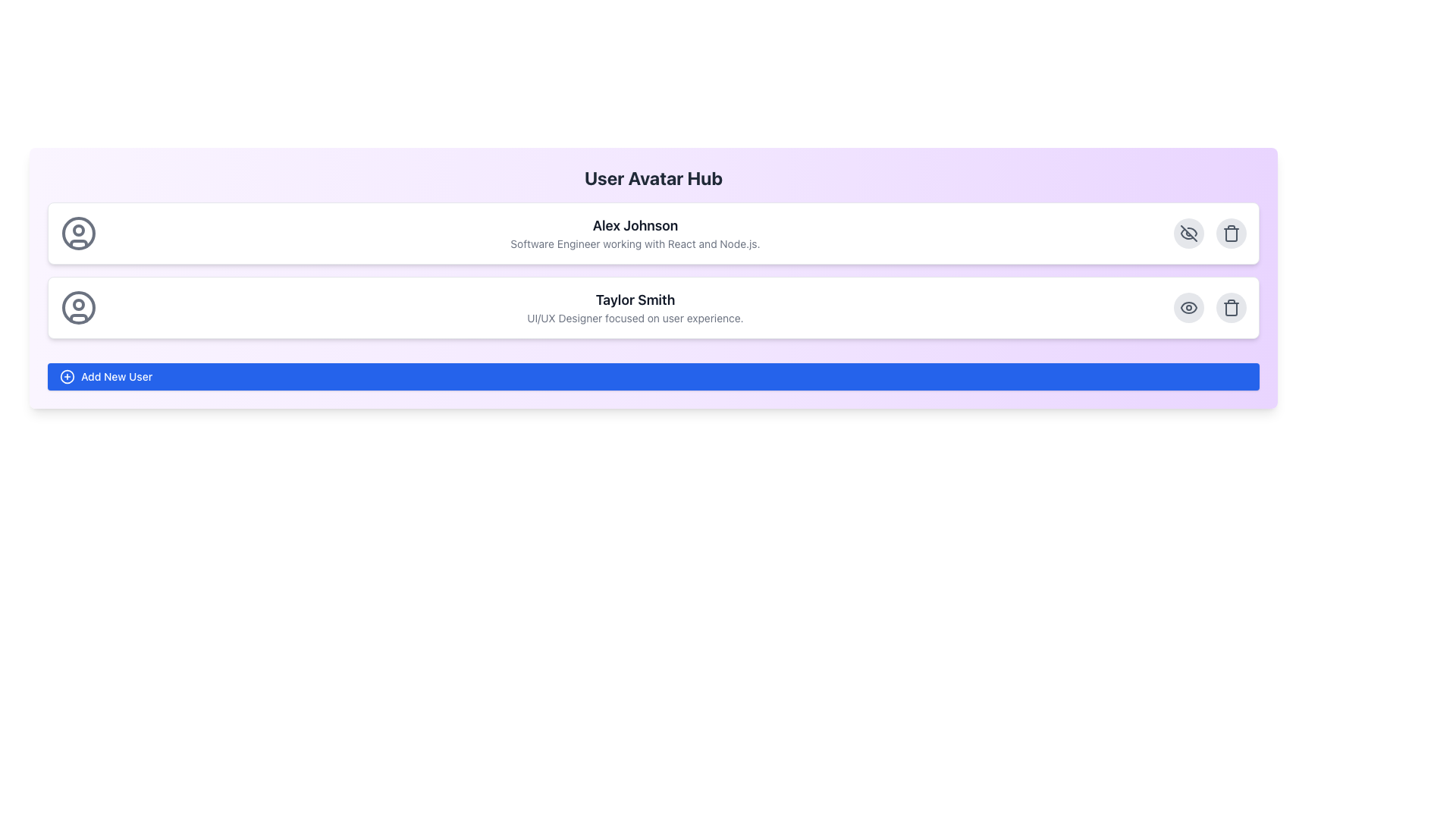  Describe the element at coordinates (1188, 307) in the screenshot. I see `the visibility toggle icon located beside the trash can icon for the user profile 'Taylor Smith'` at that location.